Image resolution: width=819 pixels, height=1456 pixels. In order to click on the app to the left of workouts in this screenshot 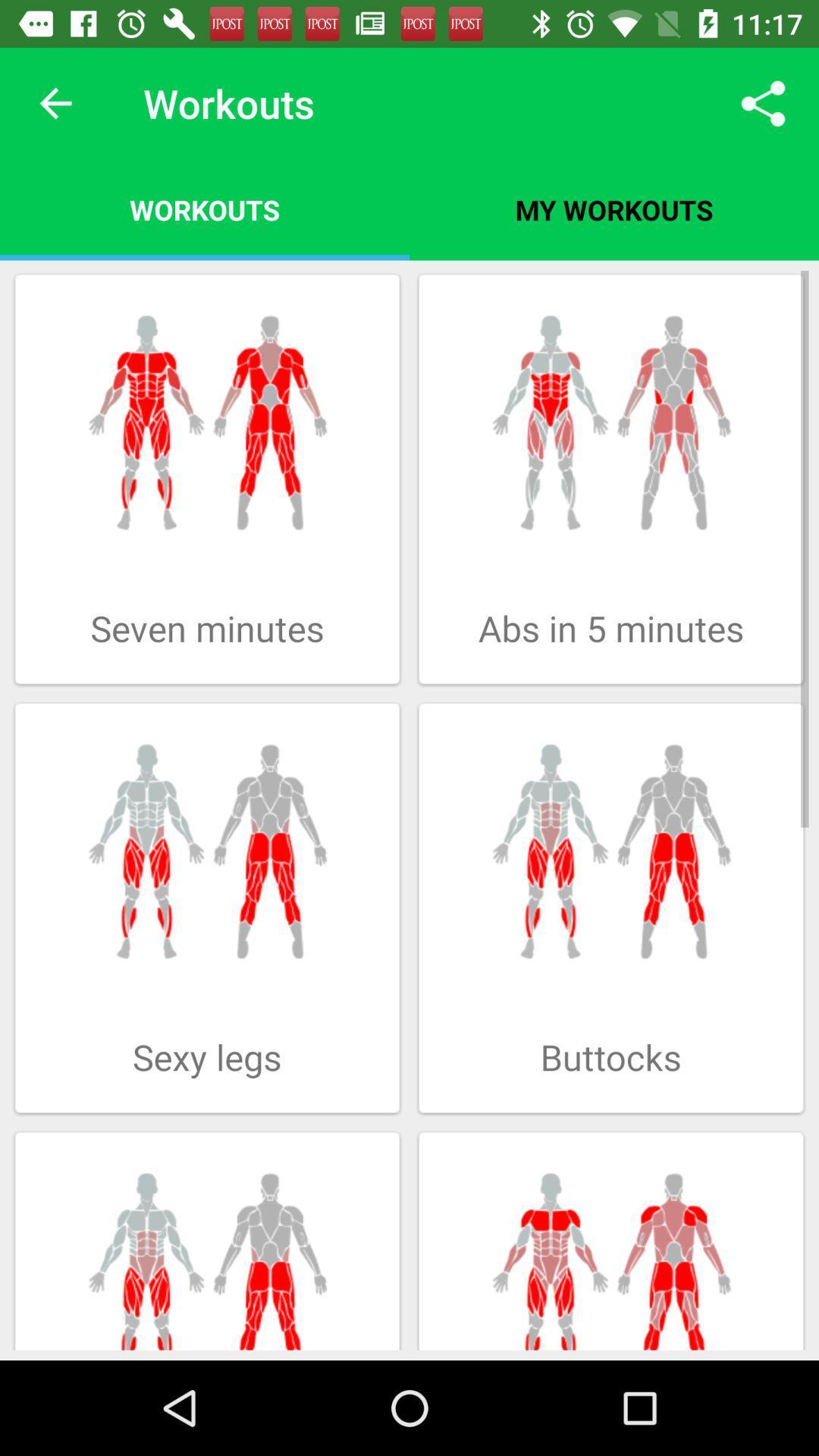, I will do `click(55, 102)`.